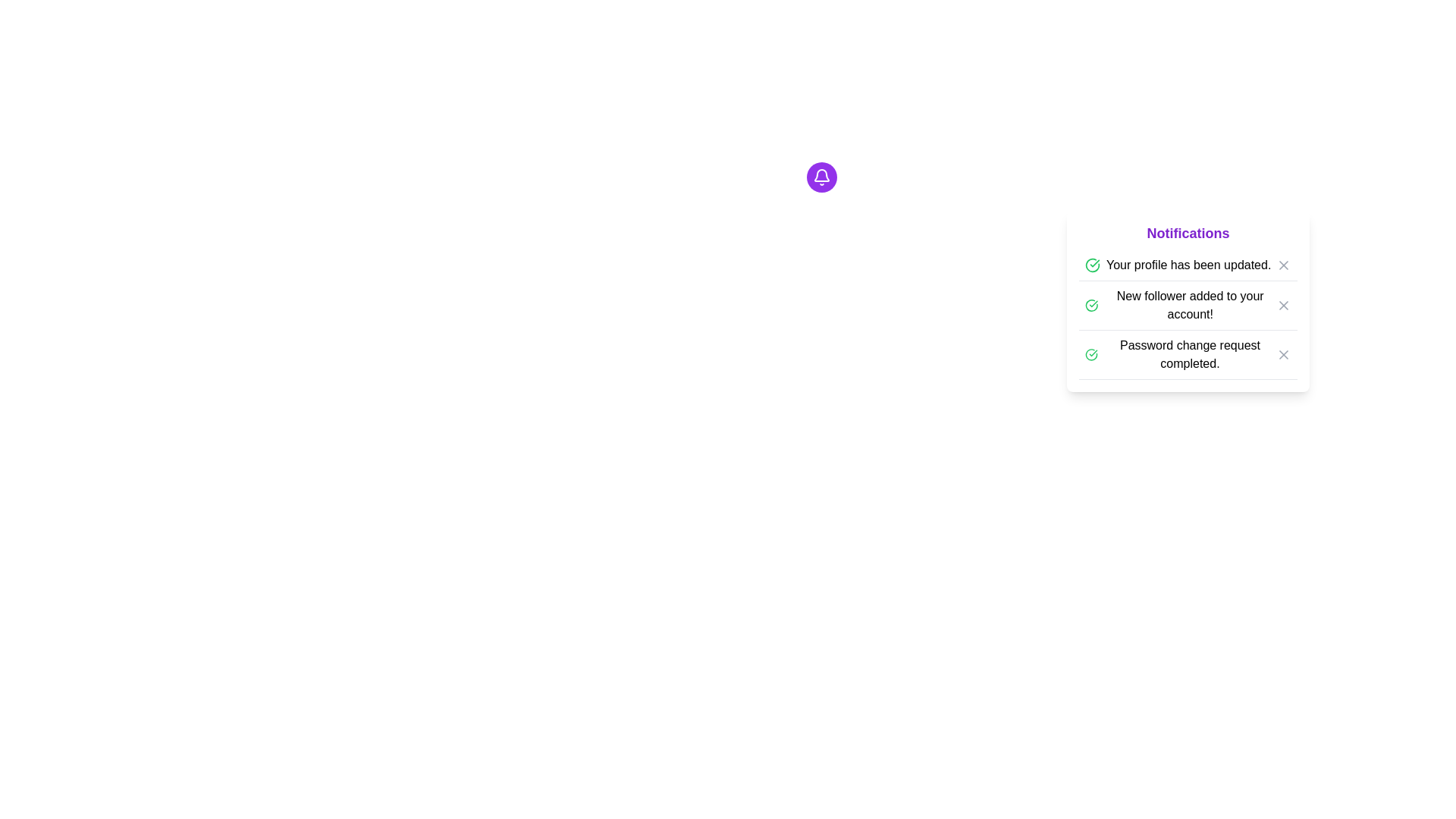  What do you see at coordinates (1187, 234) in the screenshot?
I see `text label that serves as the header for the notifications section located at the top of the notification panel` at bounding box center [1187, 234].